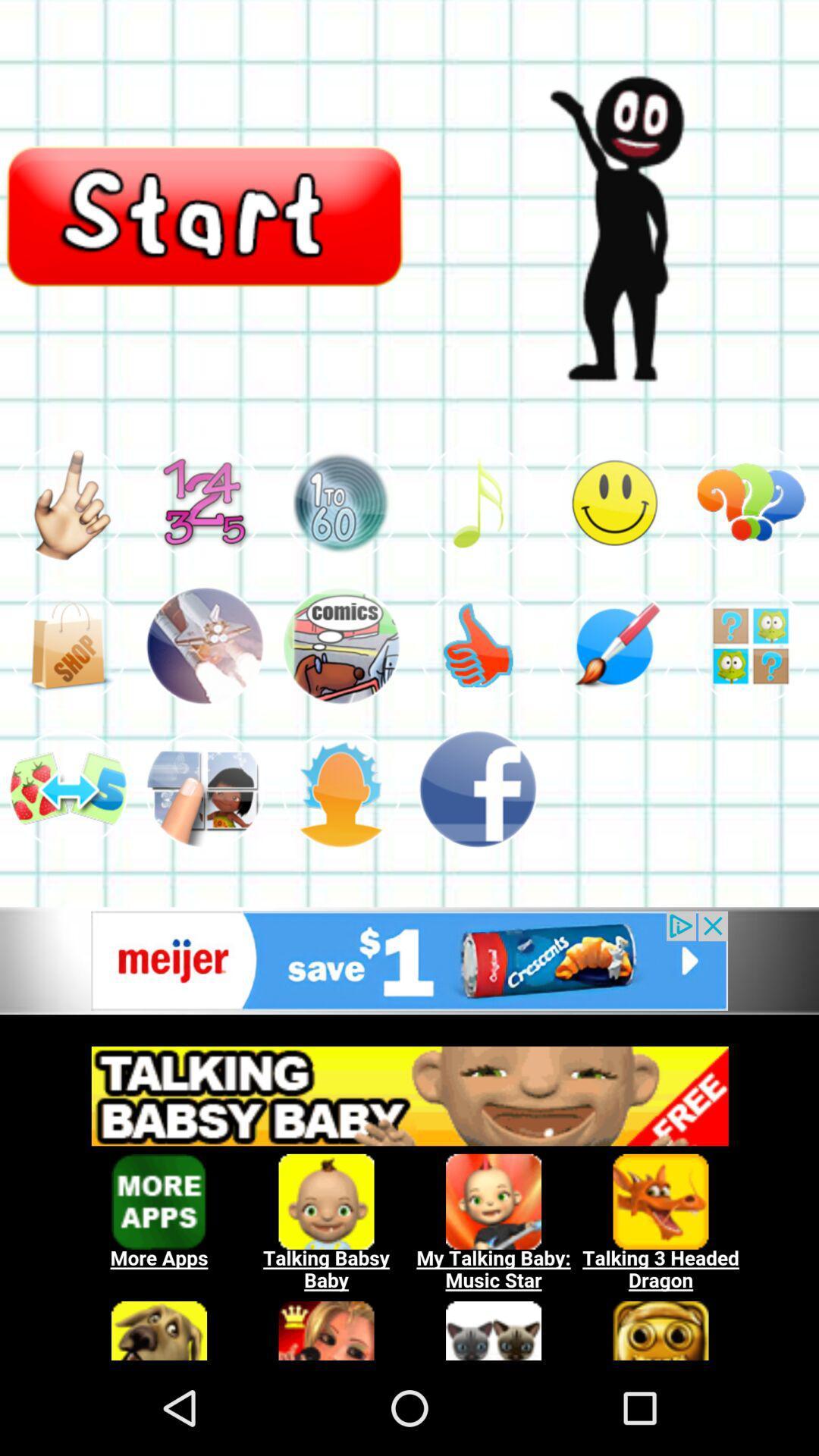  I want to click on the help icon, so click(751, 538).